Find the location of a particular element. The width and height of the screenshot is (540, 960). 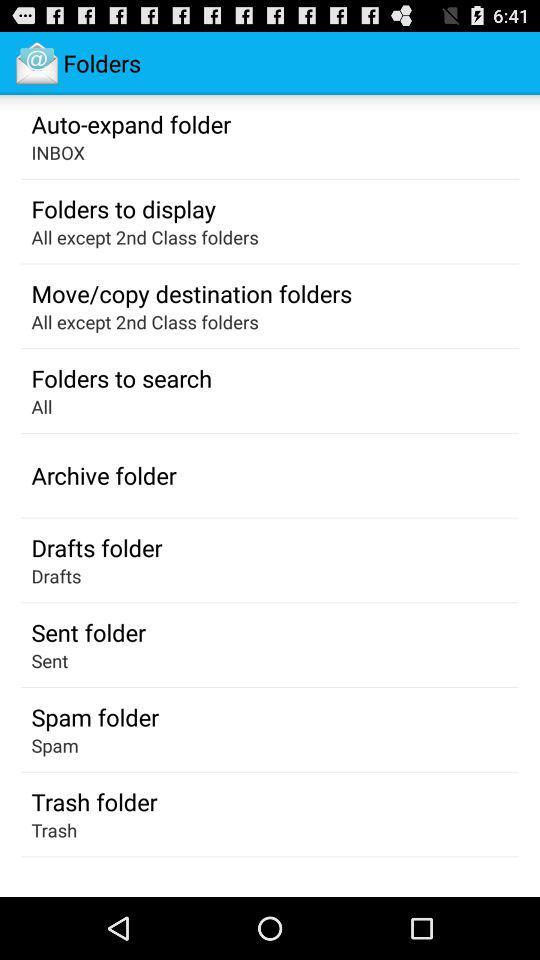

the icon above the all except 2nd icon is located at coordinates (191, 292).